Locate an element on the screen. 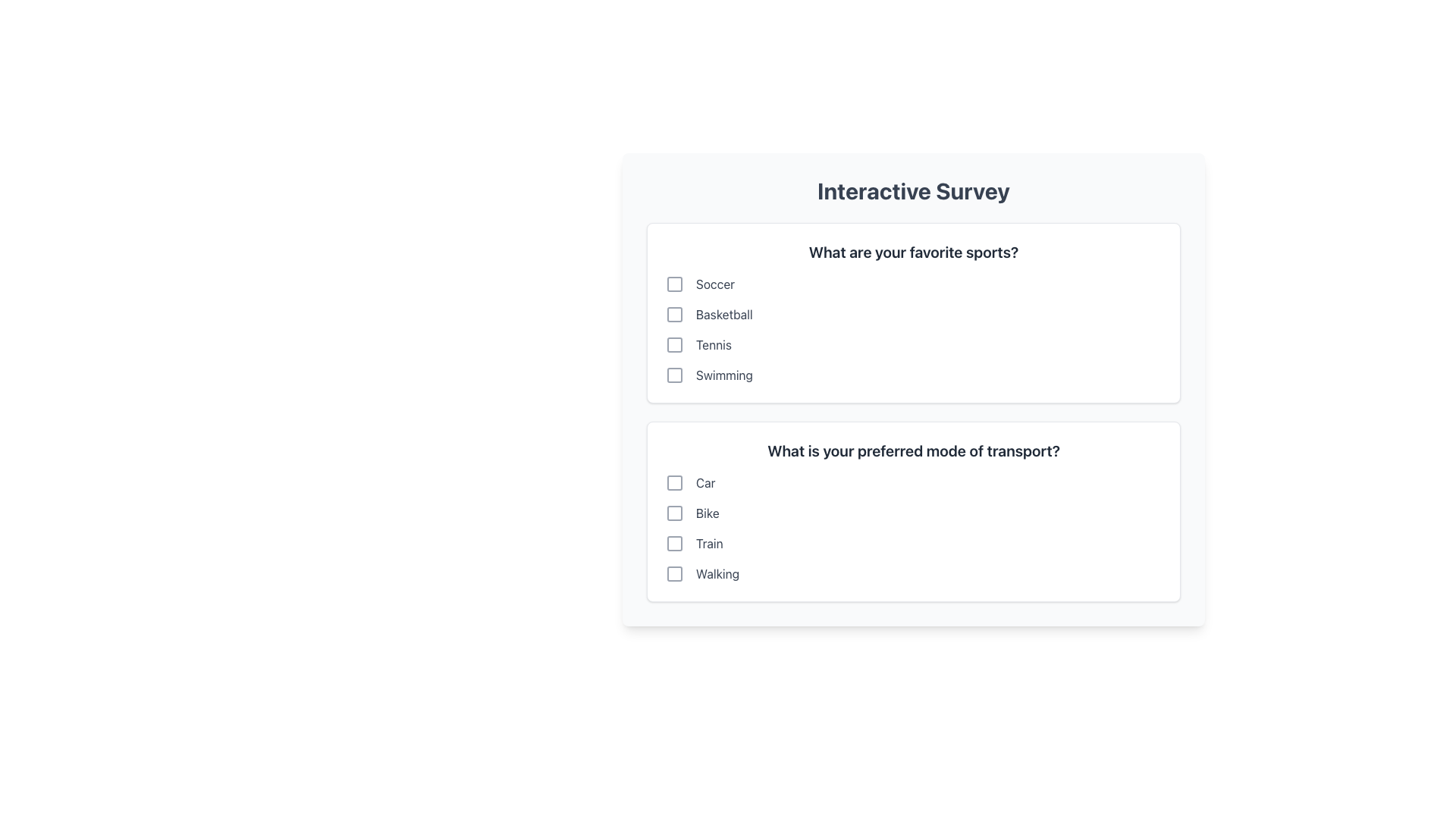 This screenshot has width=1456, height=819. the checkbox for 'Walking' is located at coordinates (673, 573).